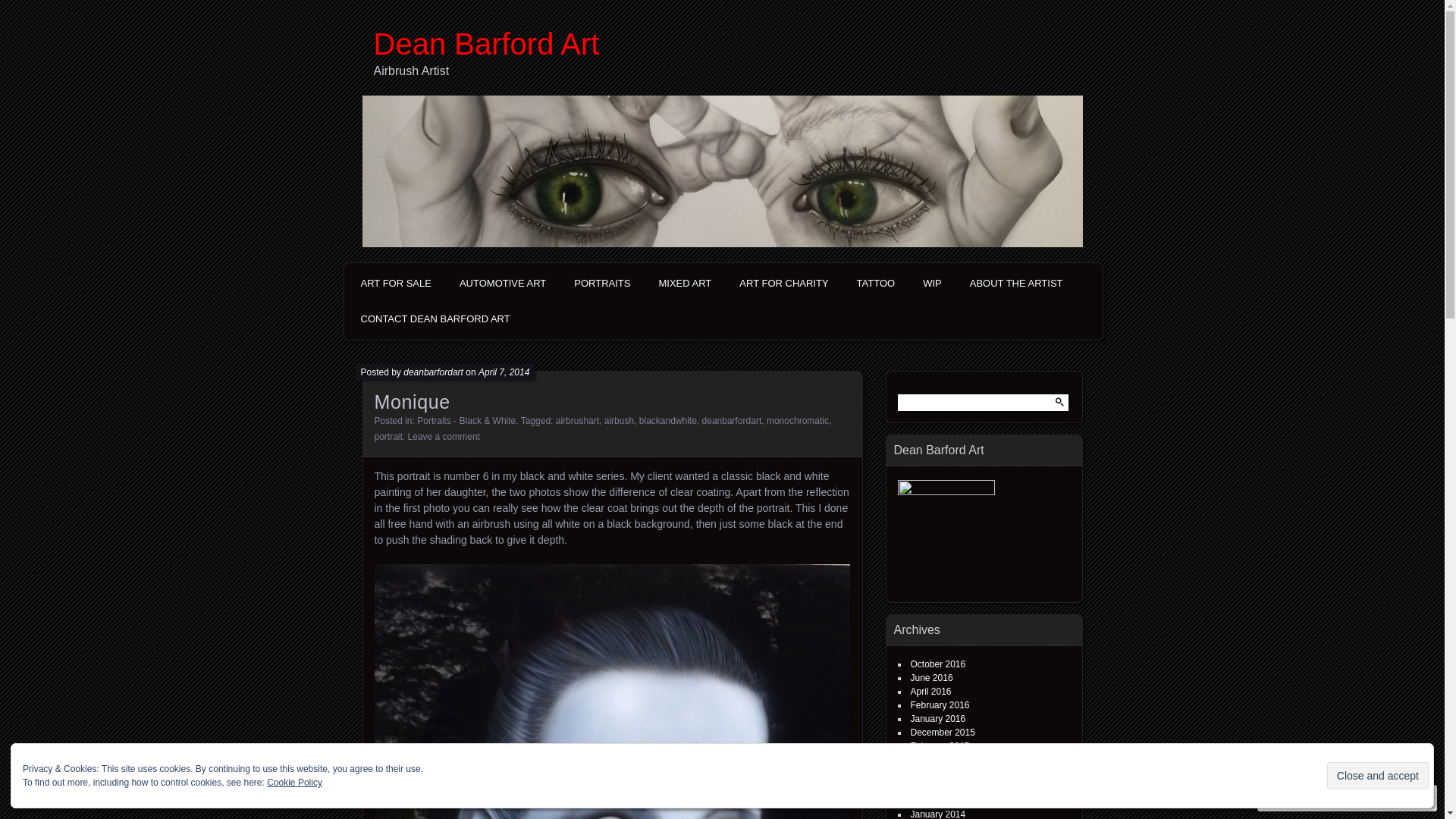  What do you see at coordinates (576, 421) in the screenshot?
I see `'airbrushart'` at bounding box center [576, 421].